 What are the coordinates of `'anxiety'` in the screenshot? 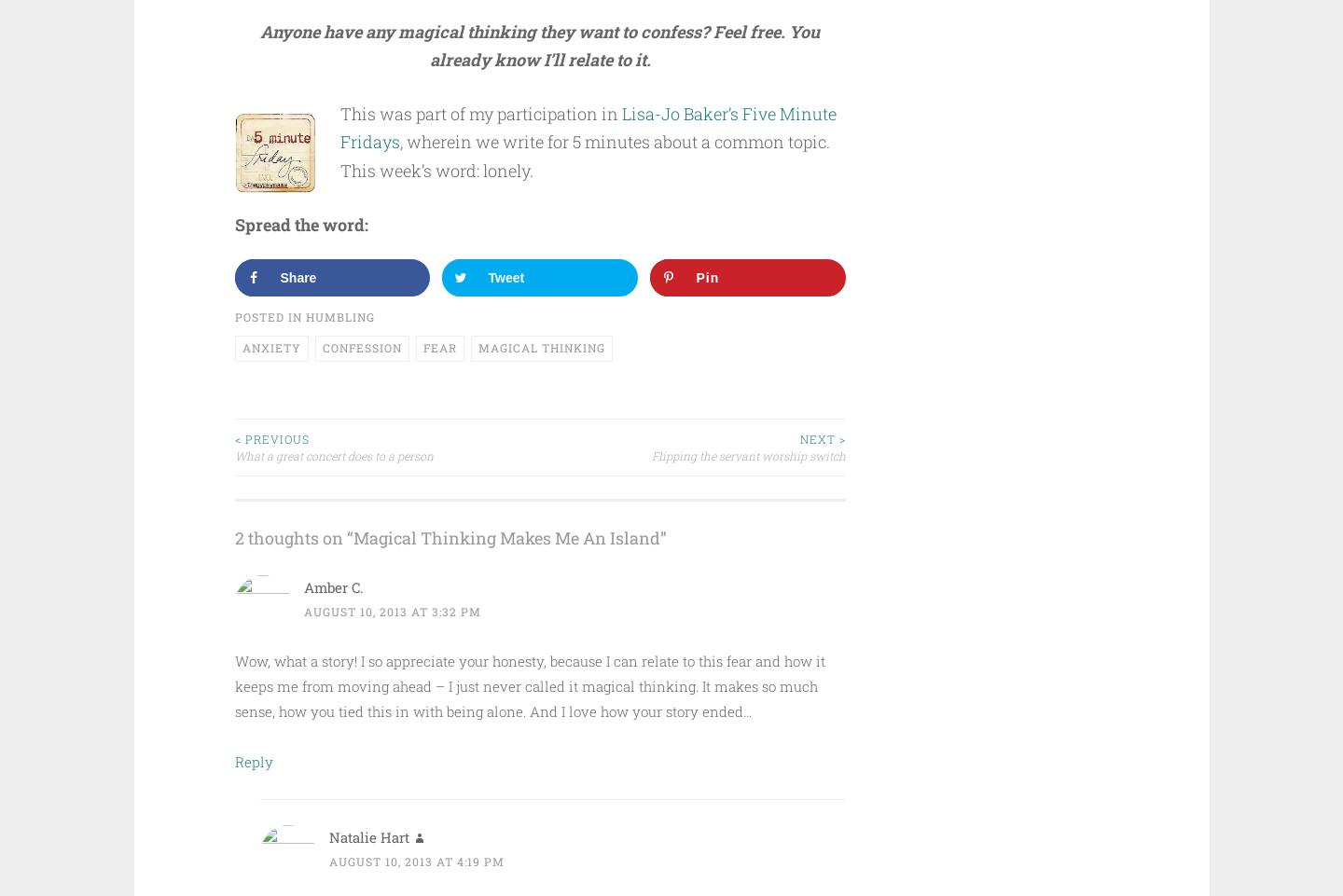 It's located at (270, 346).